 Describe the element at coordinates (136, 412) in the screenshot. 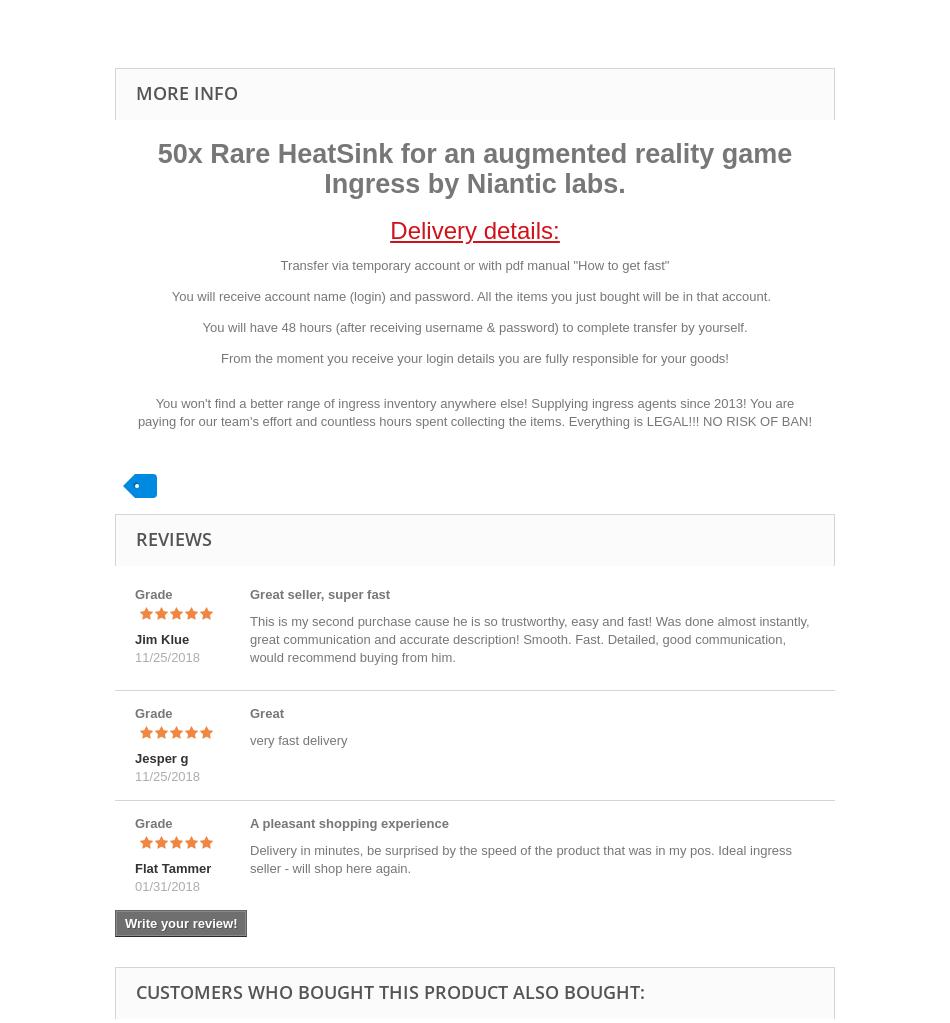

I see `'You won't find a better range of ingress inventory anywhere else! Supplying ingress agents since 2013! You are paying for our team's effort and countless hours spent collecting the items. Everything is LEGAL!!! NO RISK OF BAN!'` at that location.